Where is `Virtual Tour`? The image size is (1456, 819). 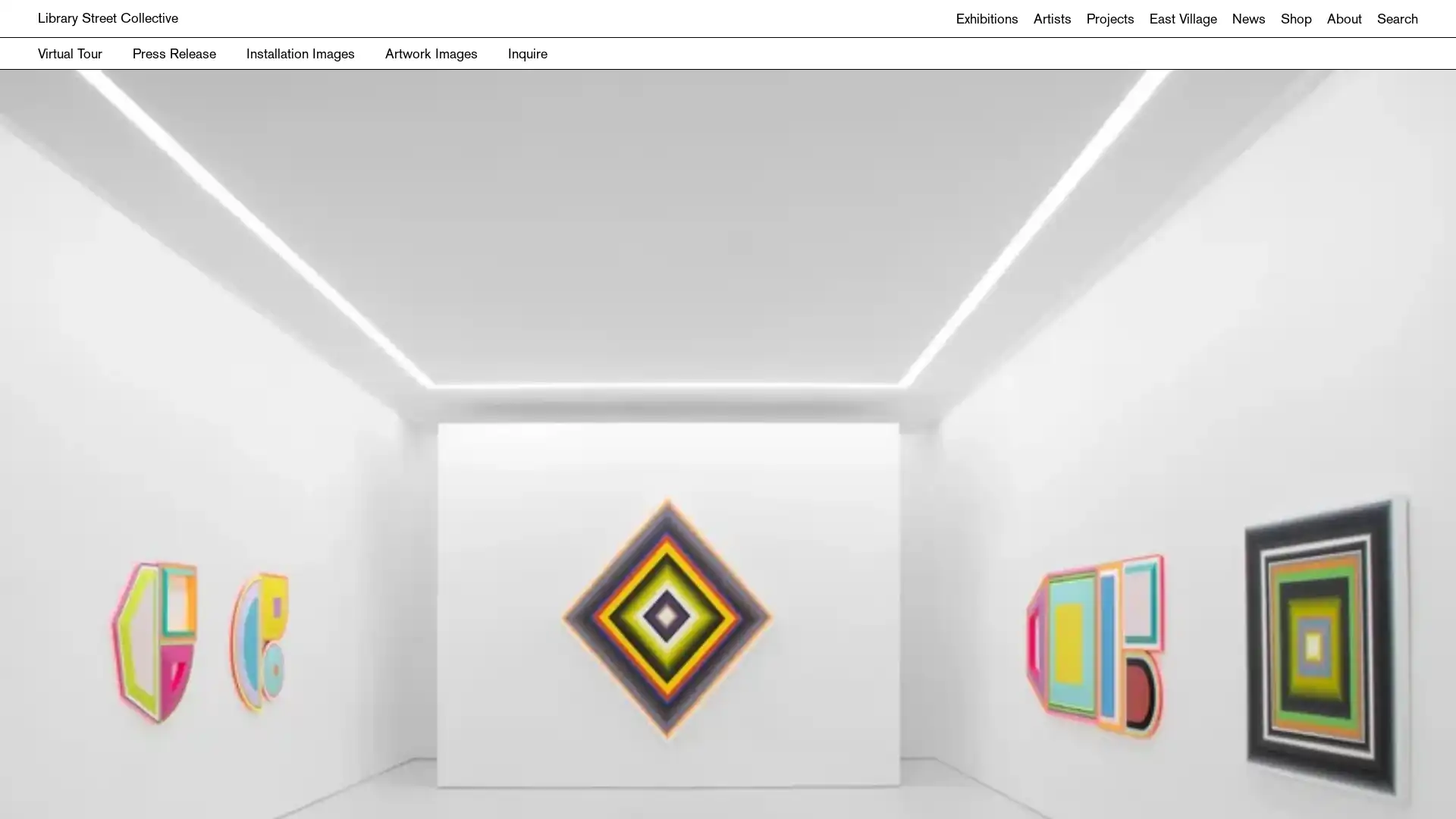
Virtual Tour is located at coordinates (69, 52).